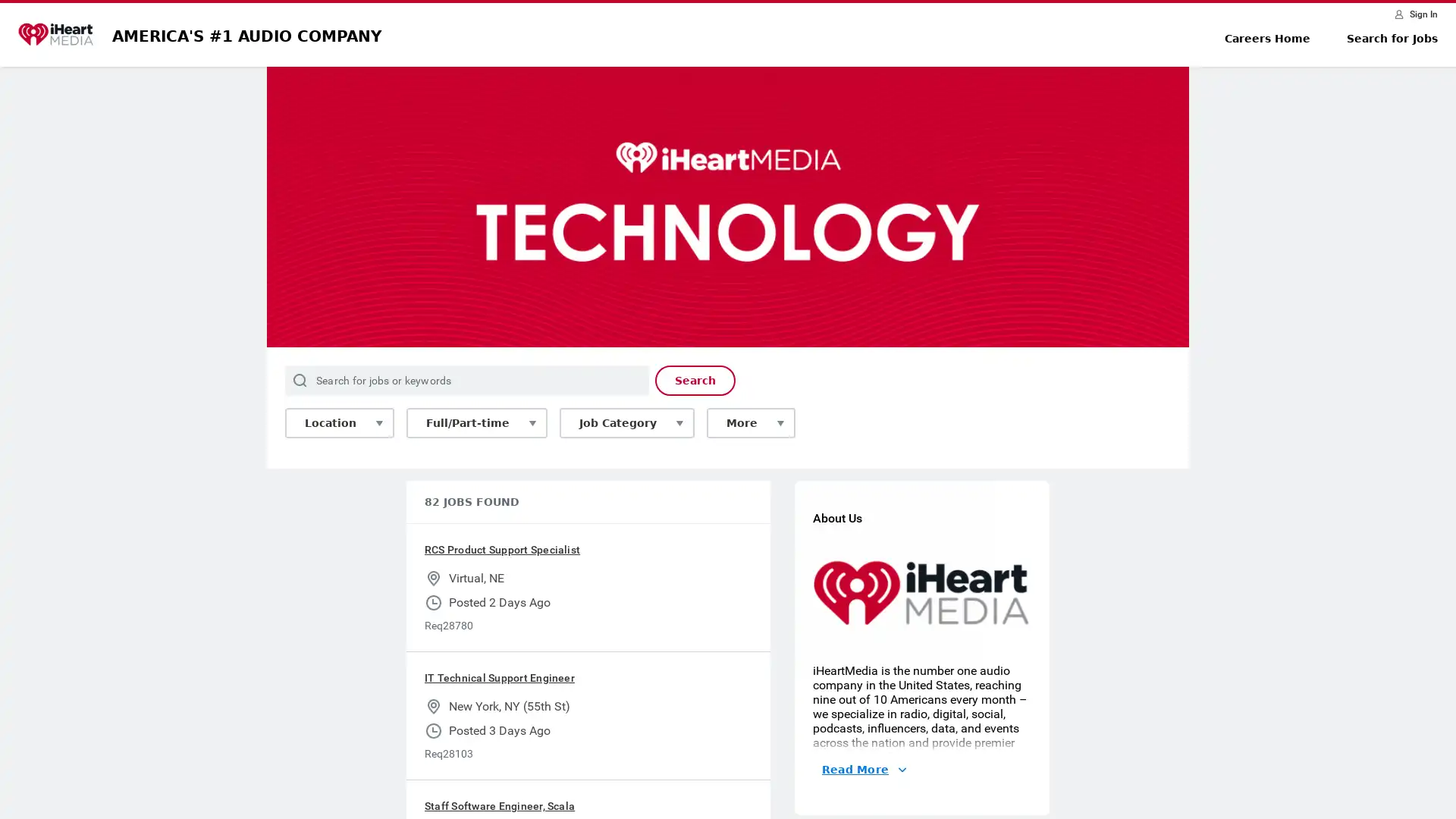  I want to click on Full/Part-time, so click(459, 423).